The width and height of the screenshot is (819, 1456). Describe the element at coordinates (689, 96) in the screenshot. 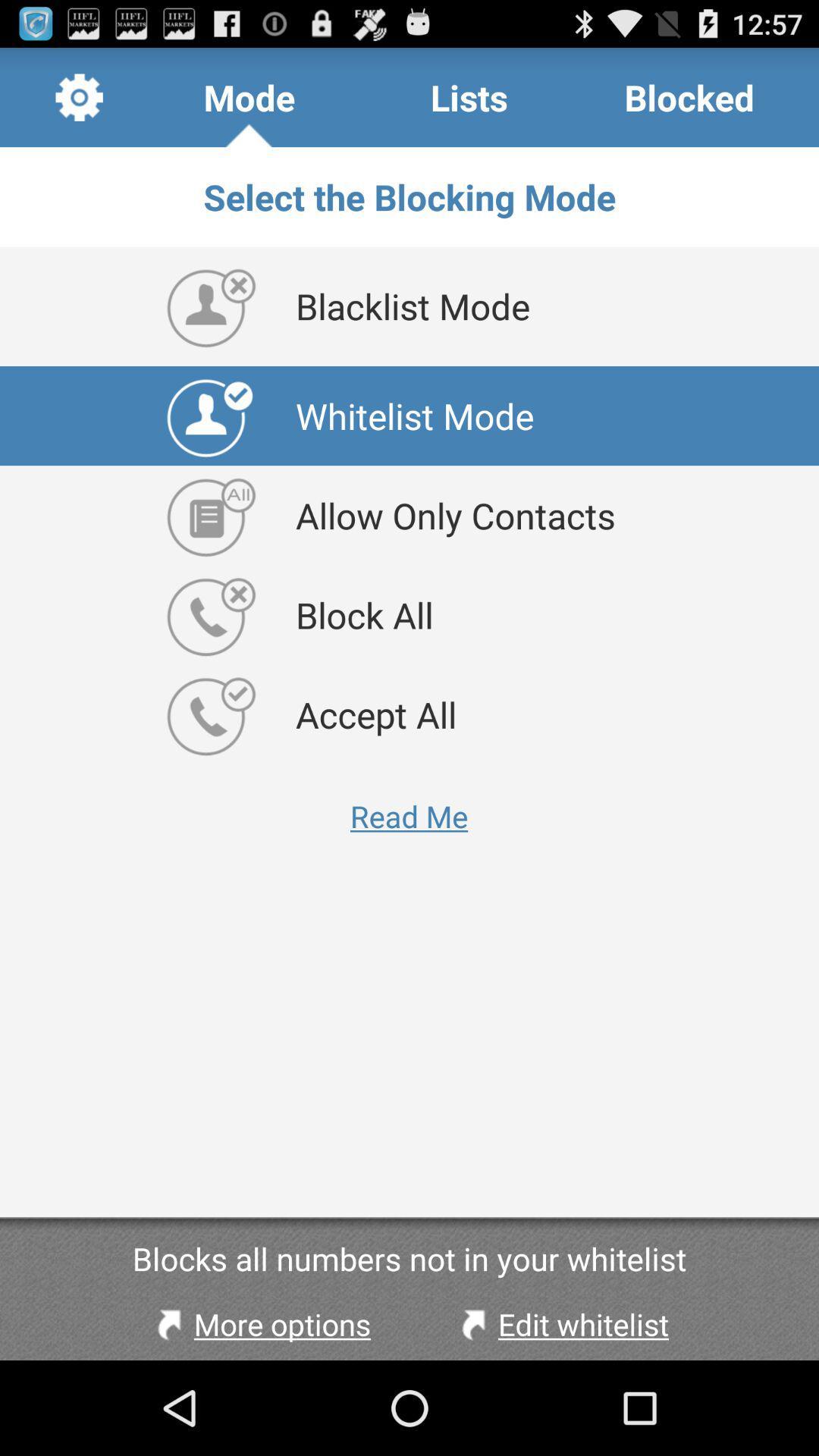

I see `item to the right of lists` at that location.